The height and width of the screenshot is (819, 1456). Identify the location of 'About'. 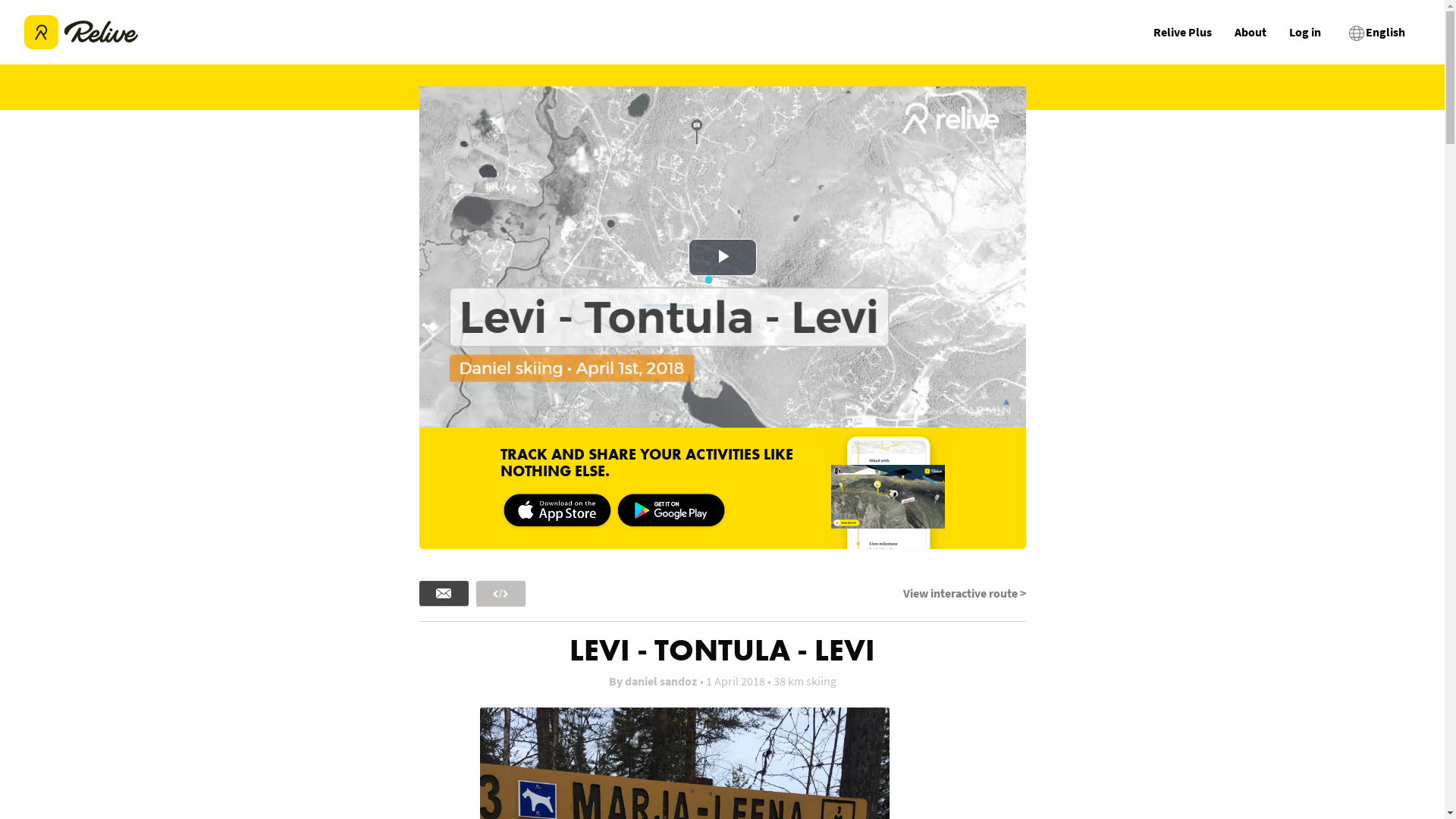
(1250, 32).